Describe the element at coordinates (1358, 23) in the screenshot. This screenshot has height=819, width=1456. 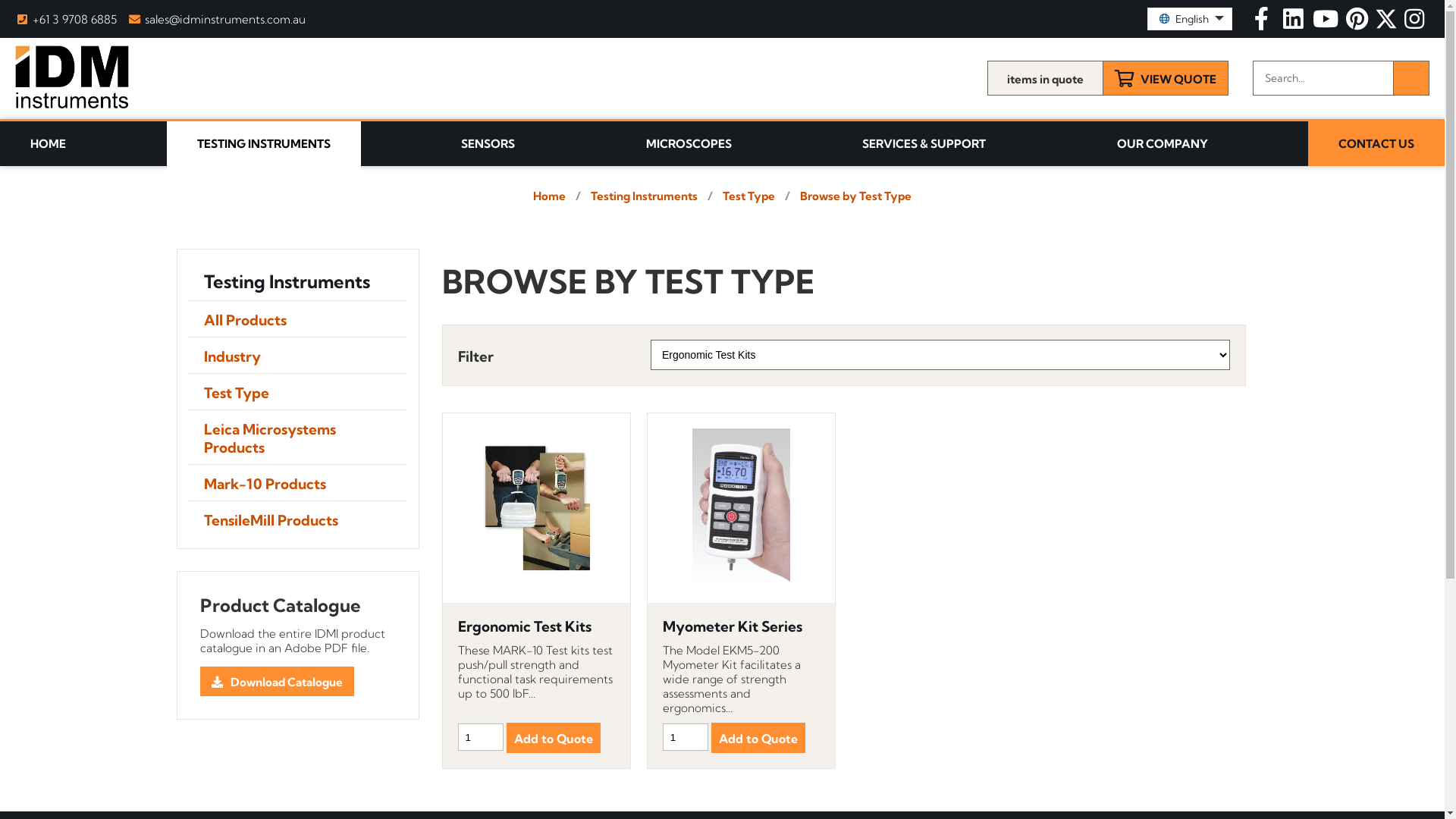
I see `' '` at that location.